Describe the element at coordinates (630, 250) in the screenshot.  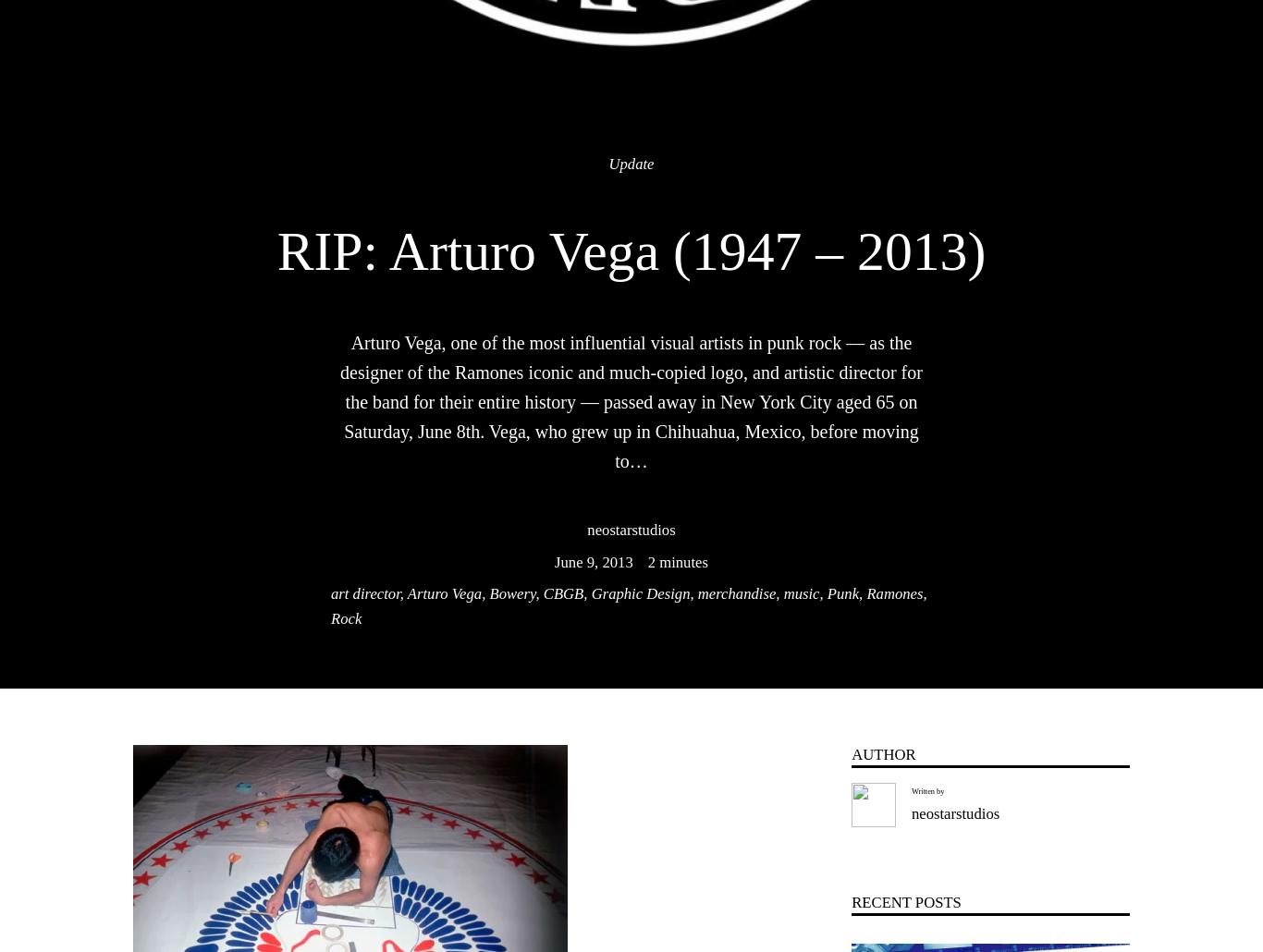
I see `'RIP: Arturo Vega (1947 – 2013)'` at that location.